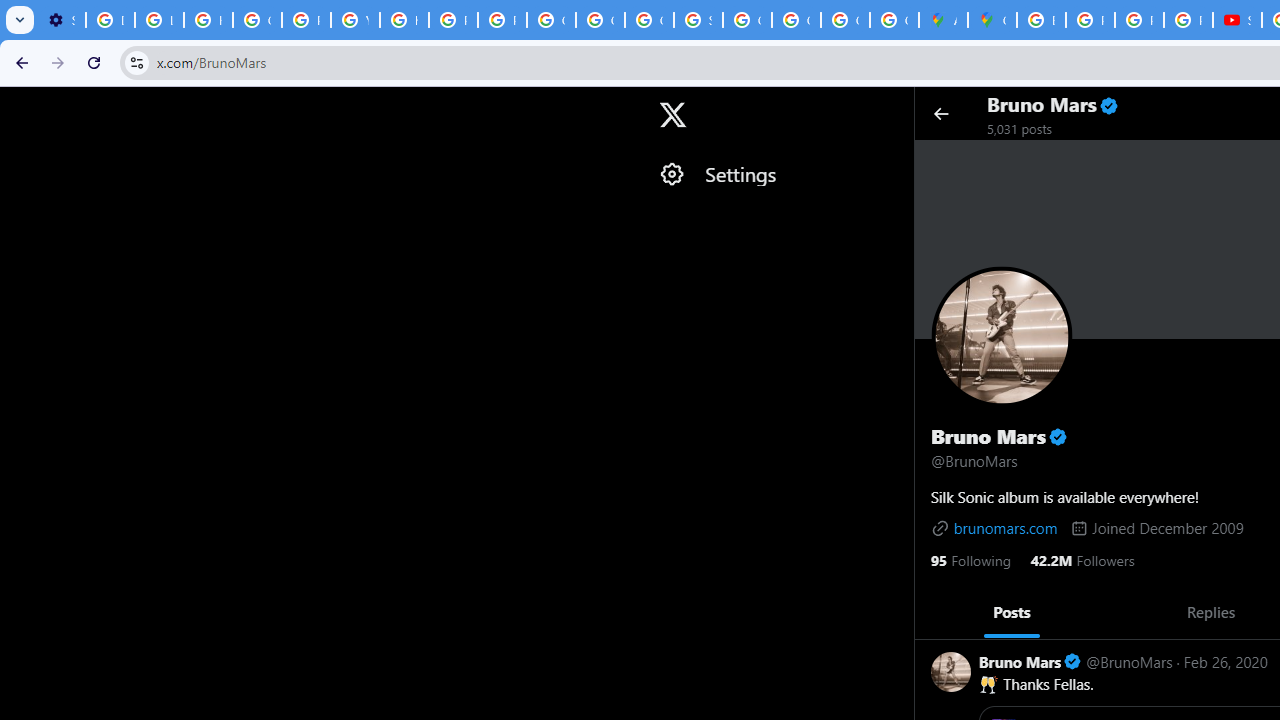 The height and width of the screenshot is (720, 1280). Describe the element at coordinates (672, 115) in the screenshot. I see `'X'` at that location.